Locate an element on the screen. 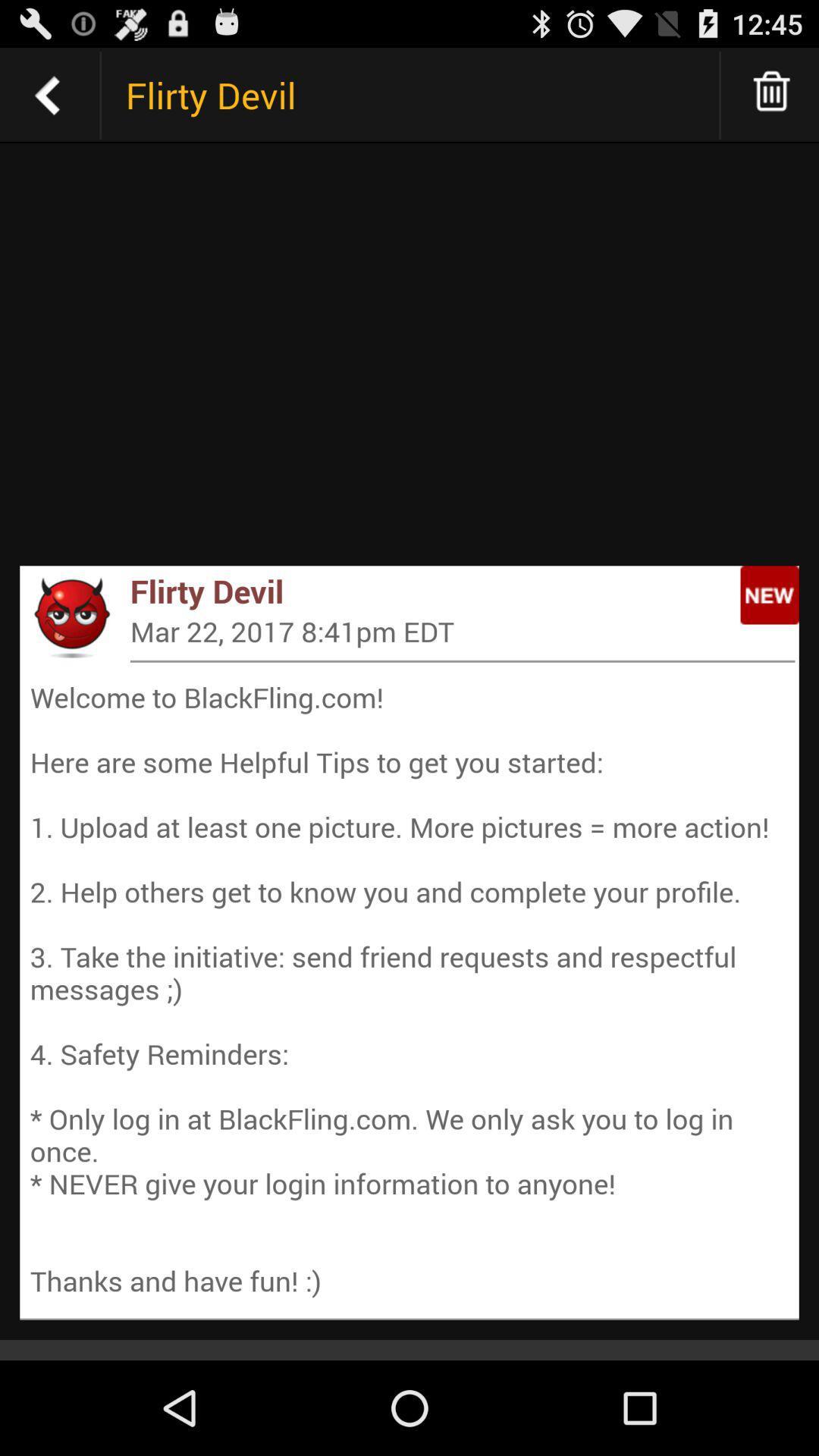 Image resolution: width=819 pixels, height=1456 pixels. icon to the left of the flirty devil app is located at coordinates (71, 617).